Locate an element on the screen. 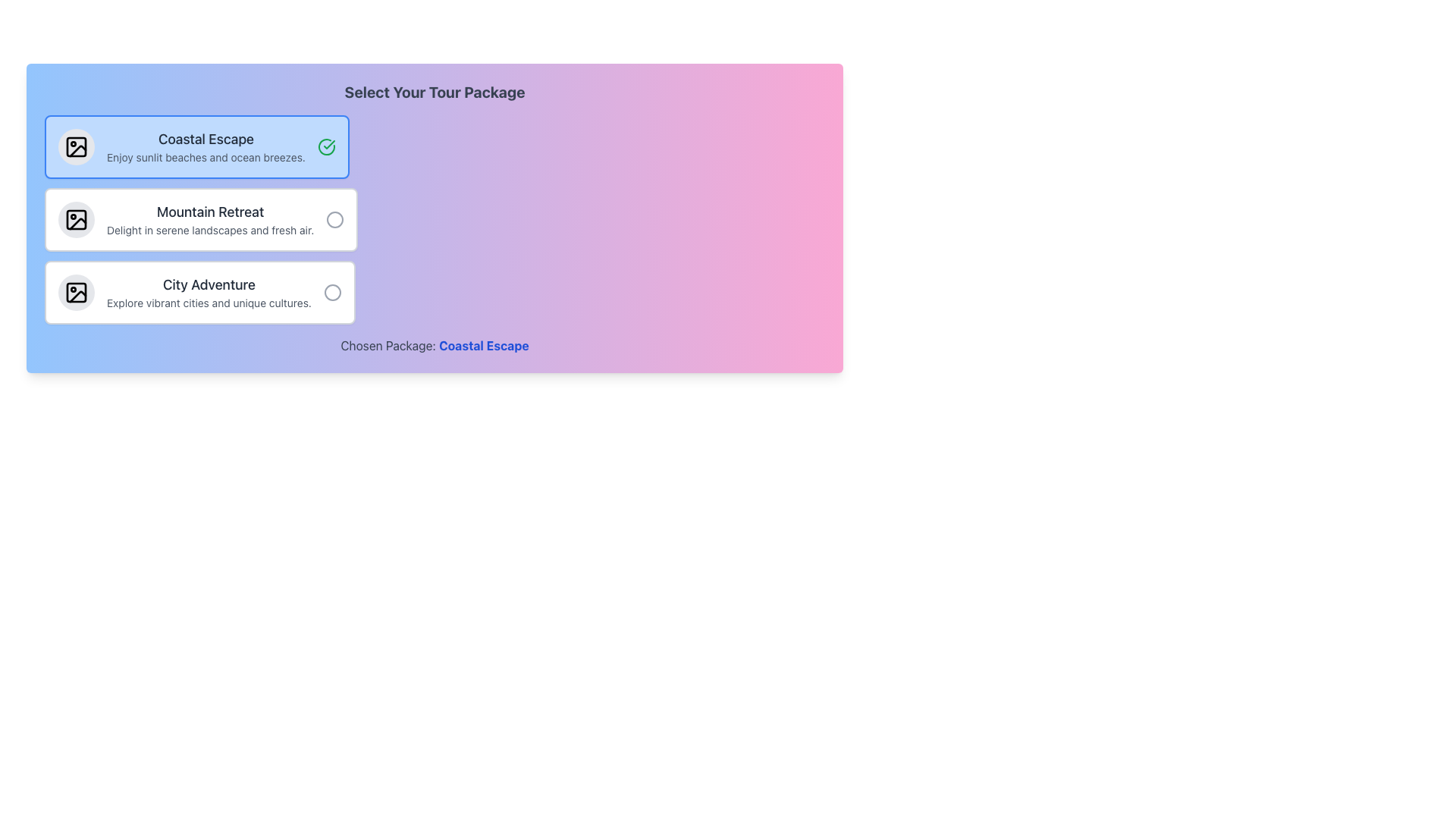 This screenshot has width=1456, height=819. the radio button indicating an inactive or unselected state for the 'Mountain Retreat' option, located to the far right of the second option in a vertical list of three is located at coordinates (334, 219).